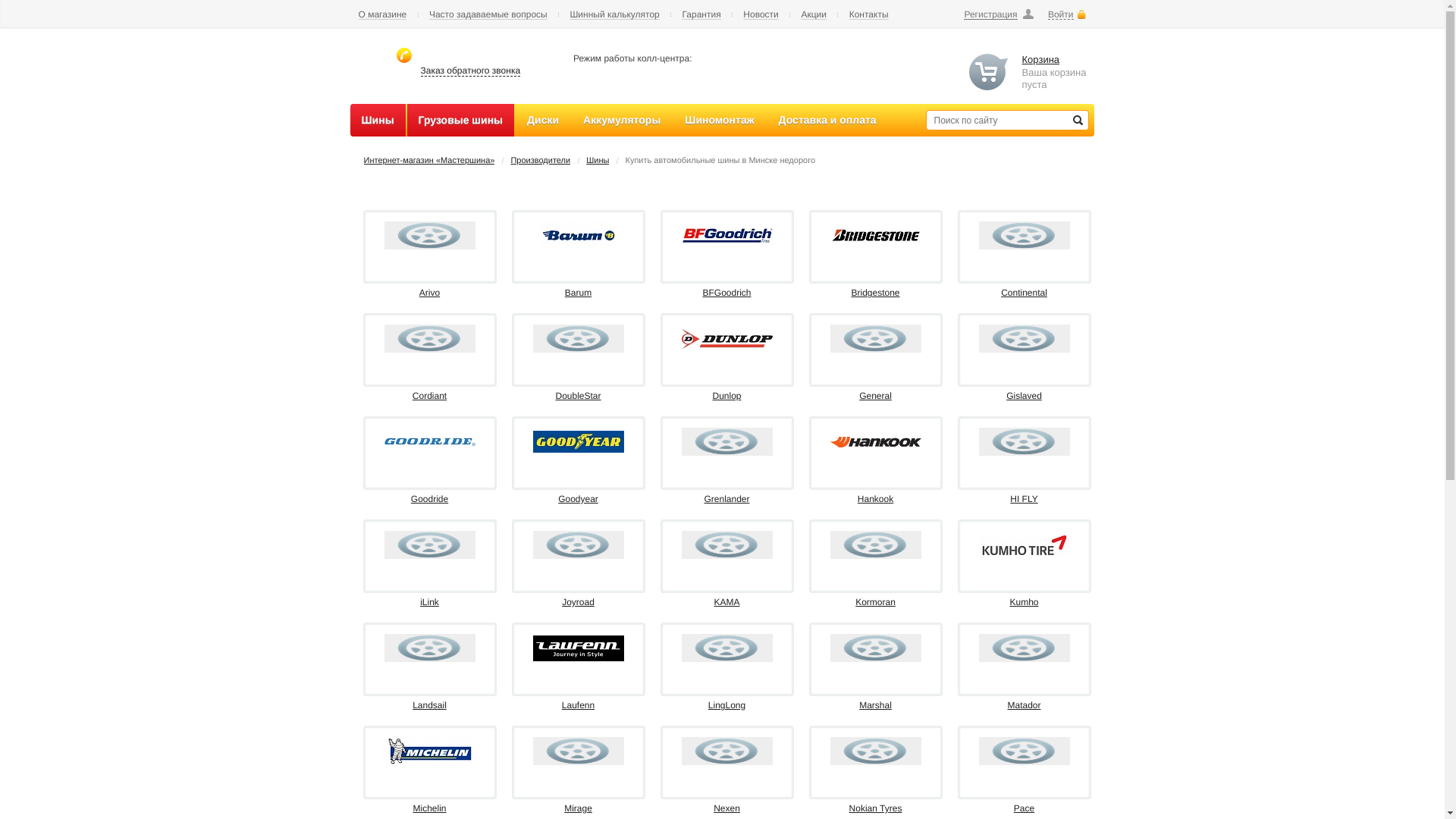 The width and height of the screenshot is (1456, 819). Describe the element at coordinates (726, 648) in the screenshot. I see `'LingLong'` at that location.